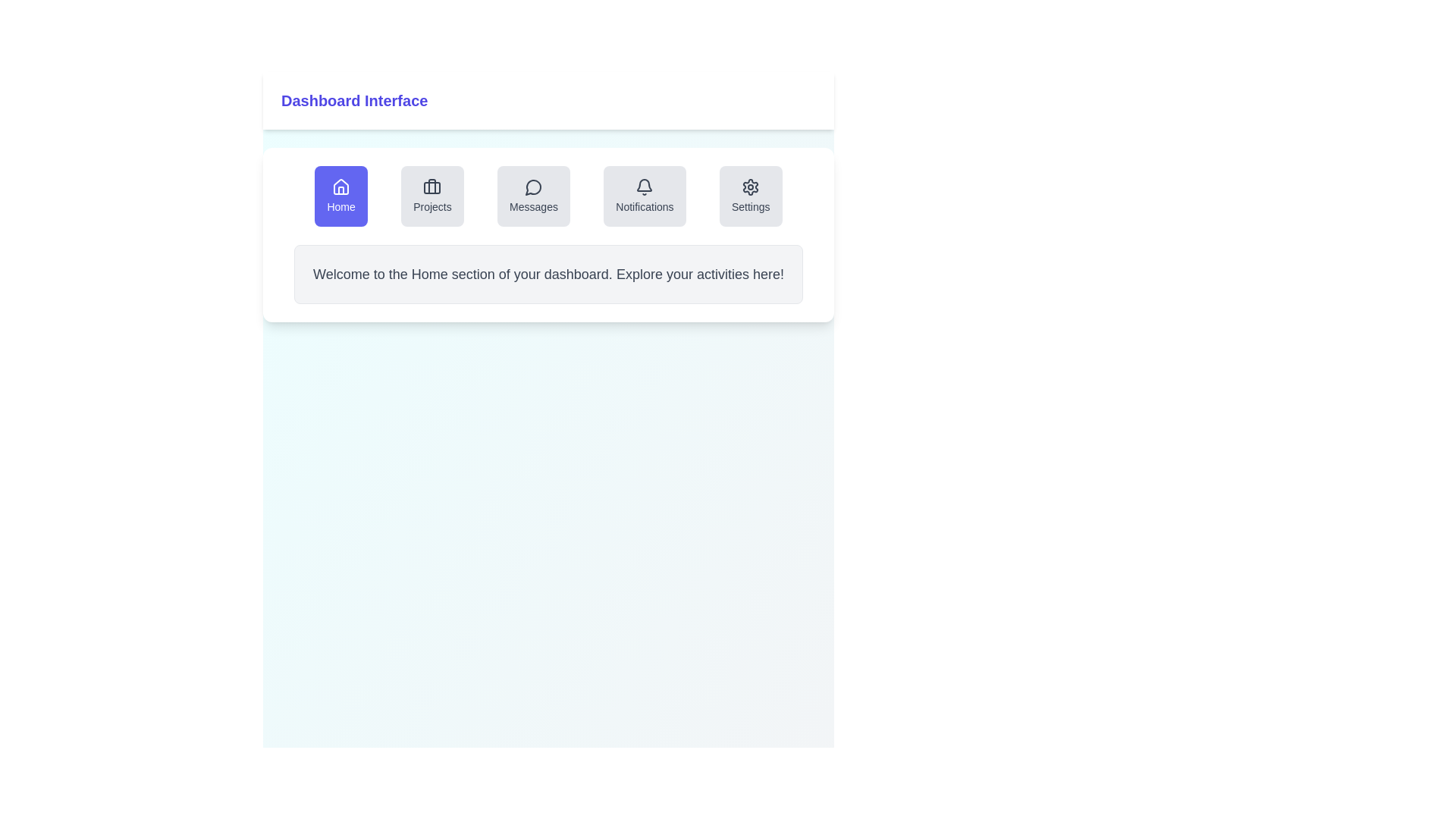 This screenshot has width=1456, height=819. Describe the element at coordinates (431, 186) in the screenshot. I see `the 'Projects' icon, which is the upper part of the second box from the left in a horizontal row of five` at that location.